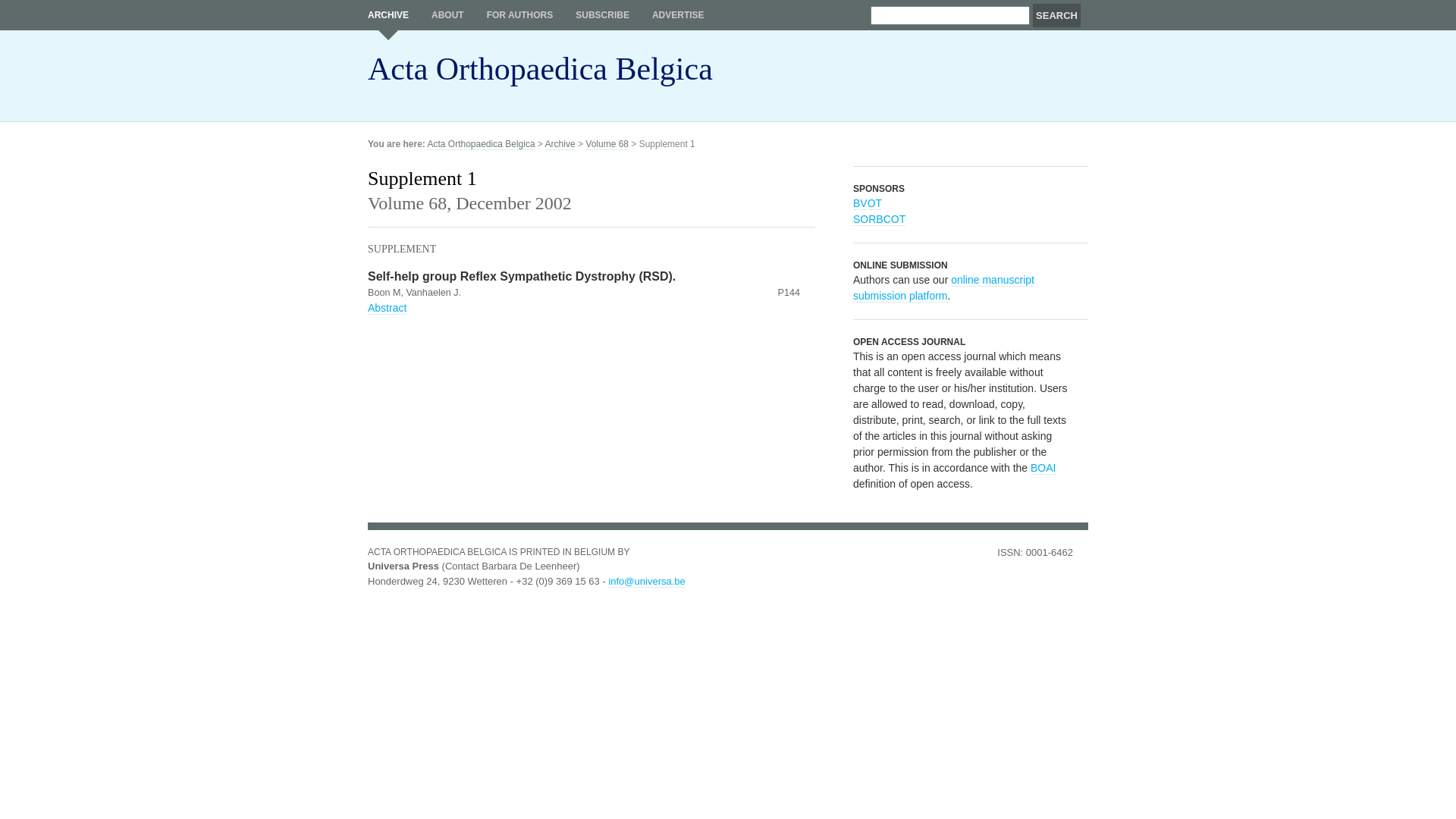  I want to click on 'BOAI', so click(1030, 467).